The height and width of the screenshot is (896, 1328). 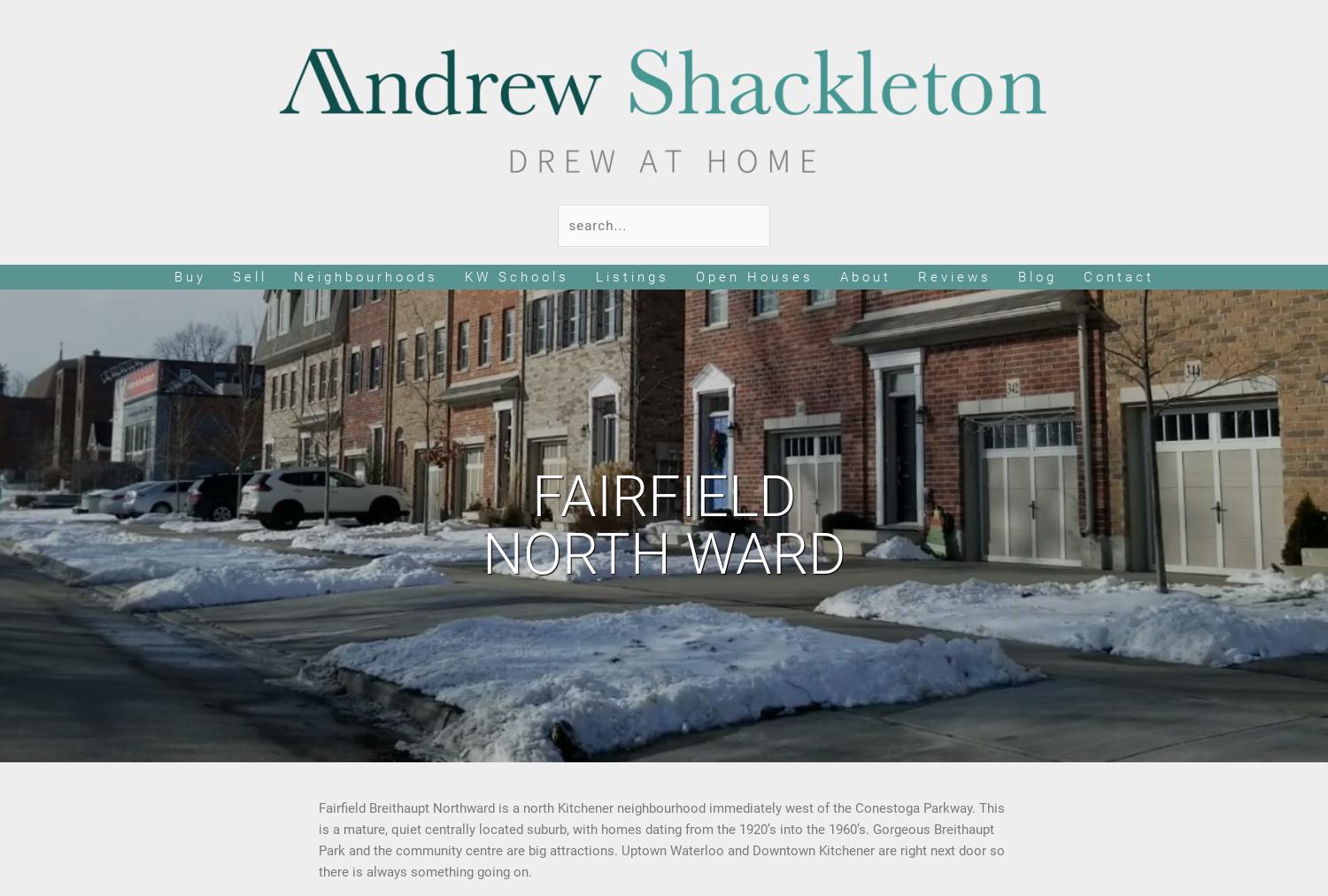 What do you see at coordinates (249, 276) in the screenshot?
I see `'Sell'` at bounding box center [249, 276].